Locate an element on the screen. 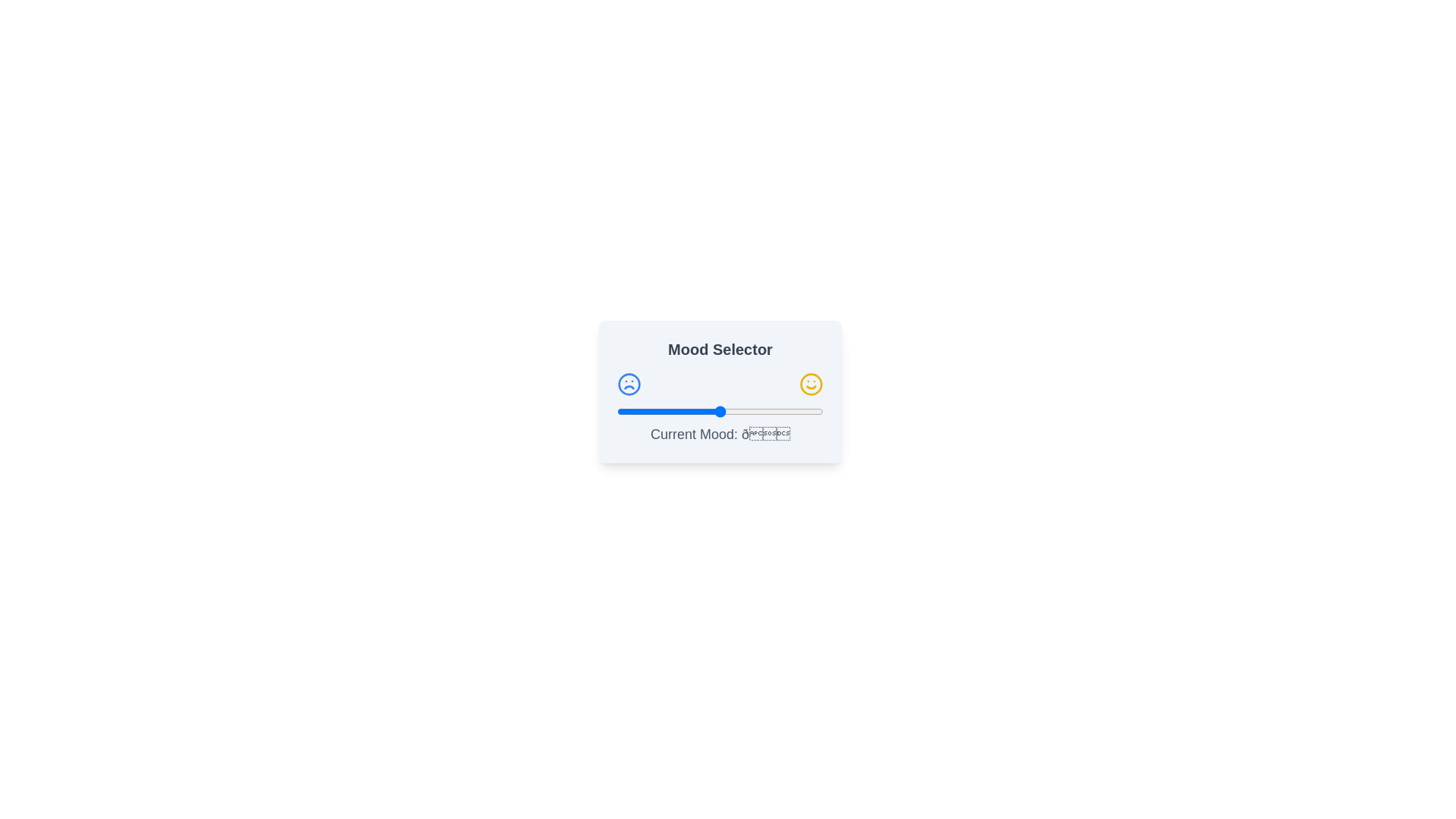  the slider to set the mood value to 29 is located at coordinates (676, 412).